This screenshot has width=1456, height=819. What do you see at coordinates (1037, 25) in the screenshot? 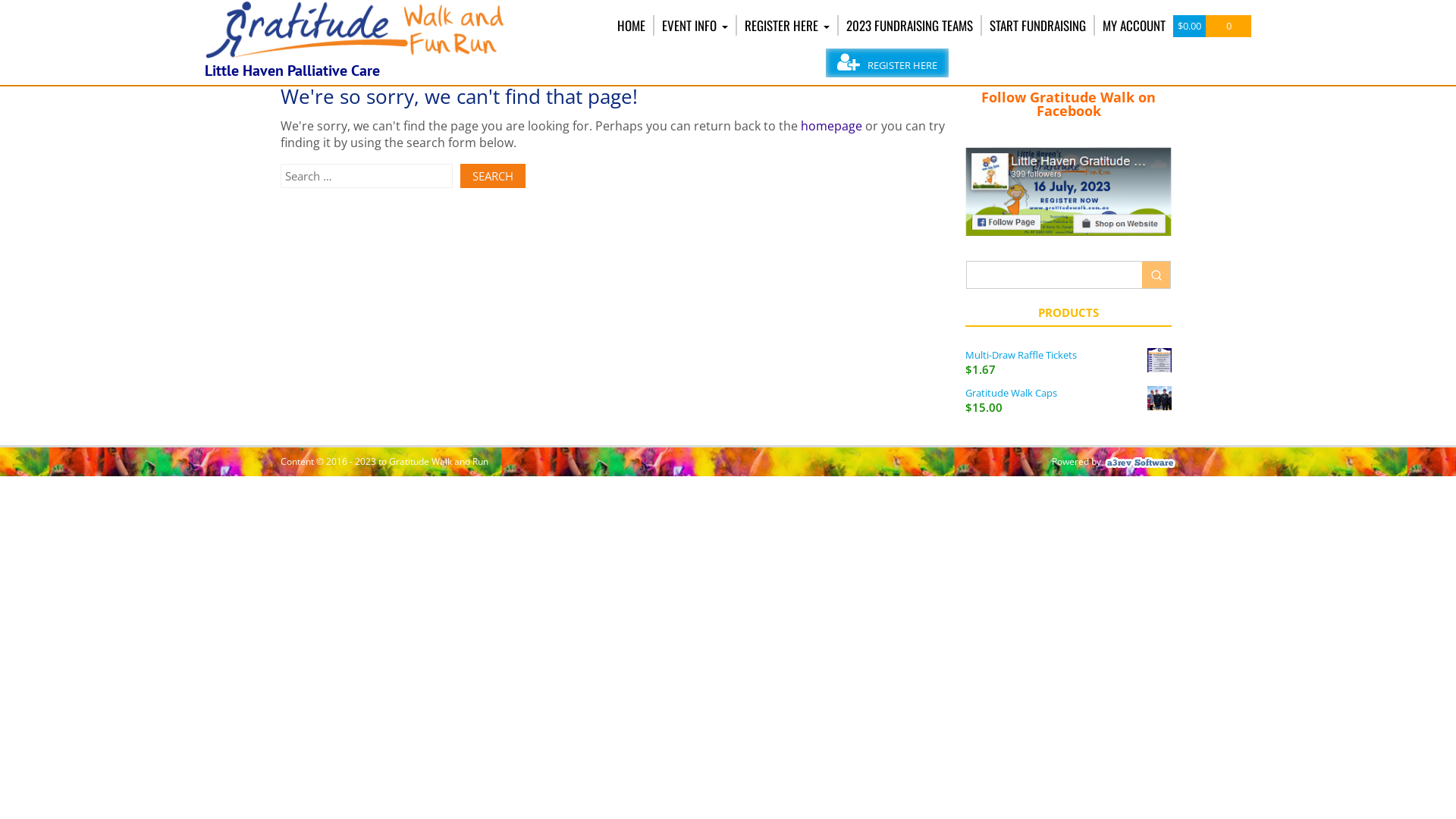
I see `'START FUNDRAISING'` at bounding box center [1037, 25].